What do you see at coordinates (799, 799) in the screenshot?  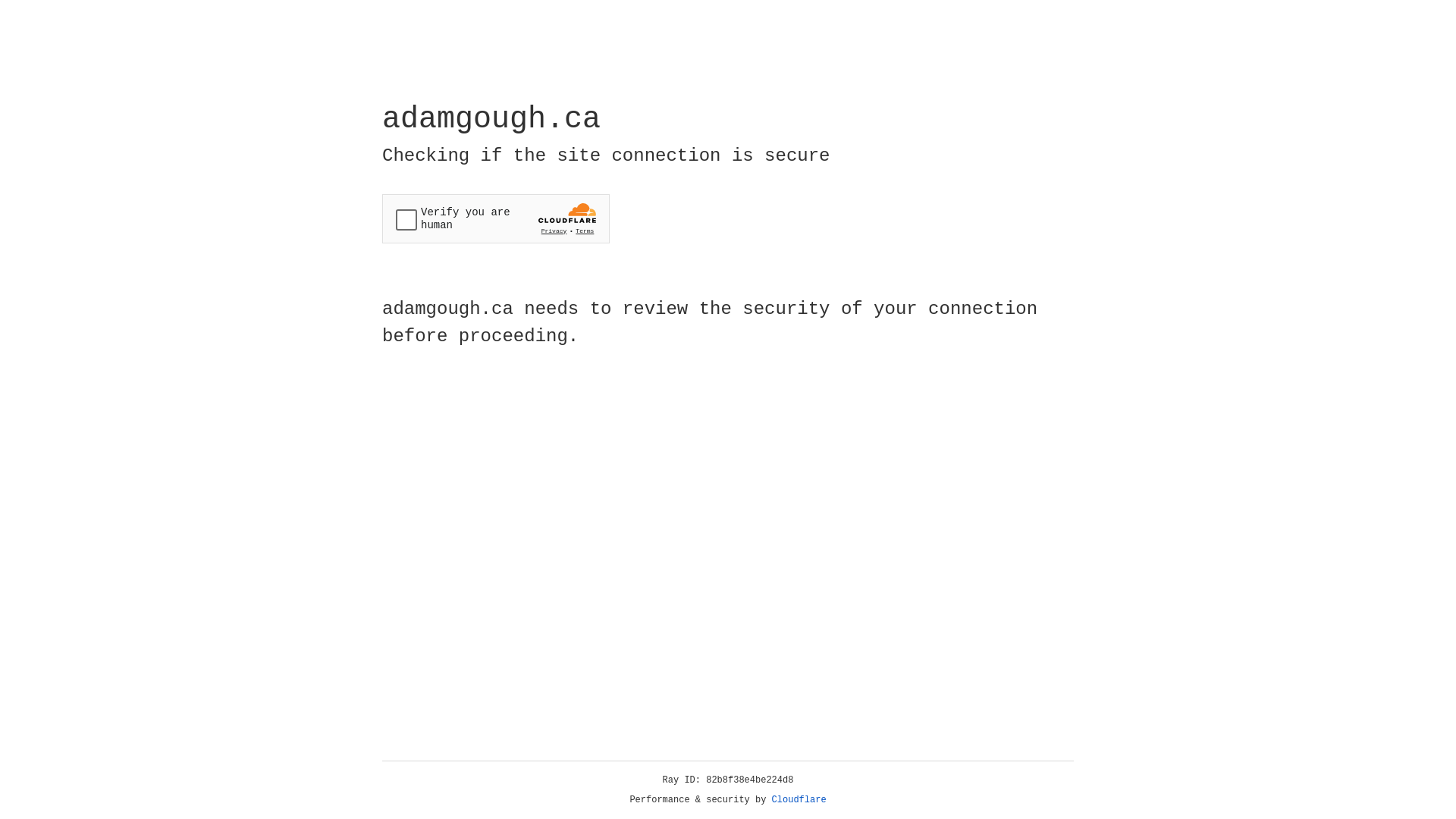 I see `'Cloudflare'` at bounding box center [799, 799].